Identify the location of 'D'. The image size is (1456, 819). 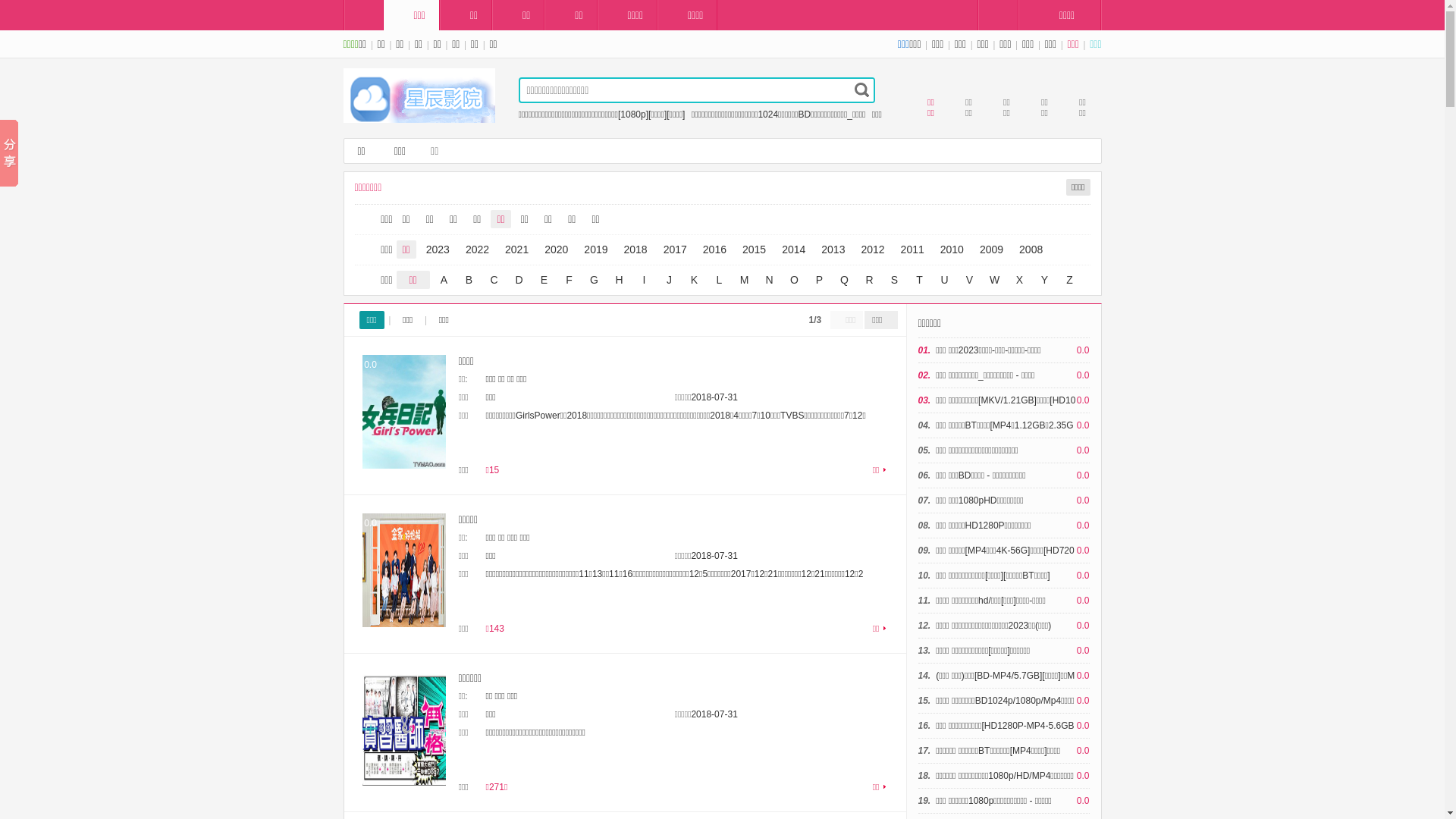
(518, 280).